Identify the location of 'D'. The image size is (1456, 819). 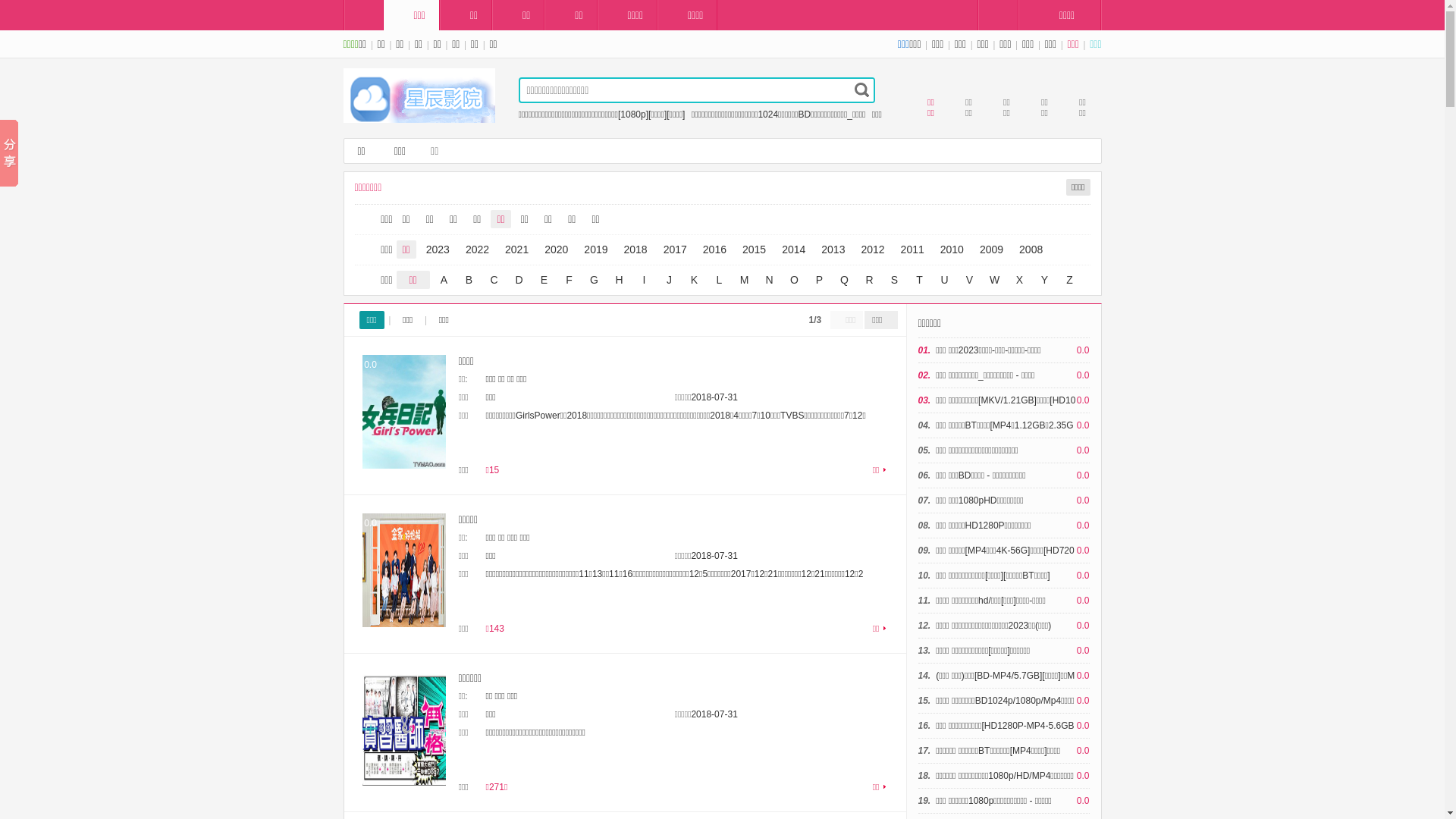
(518, 280).